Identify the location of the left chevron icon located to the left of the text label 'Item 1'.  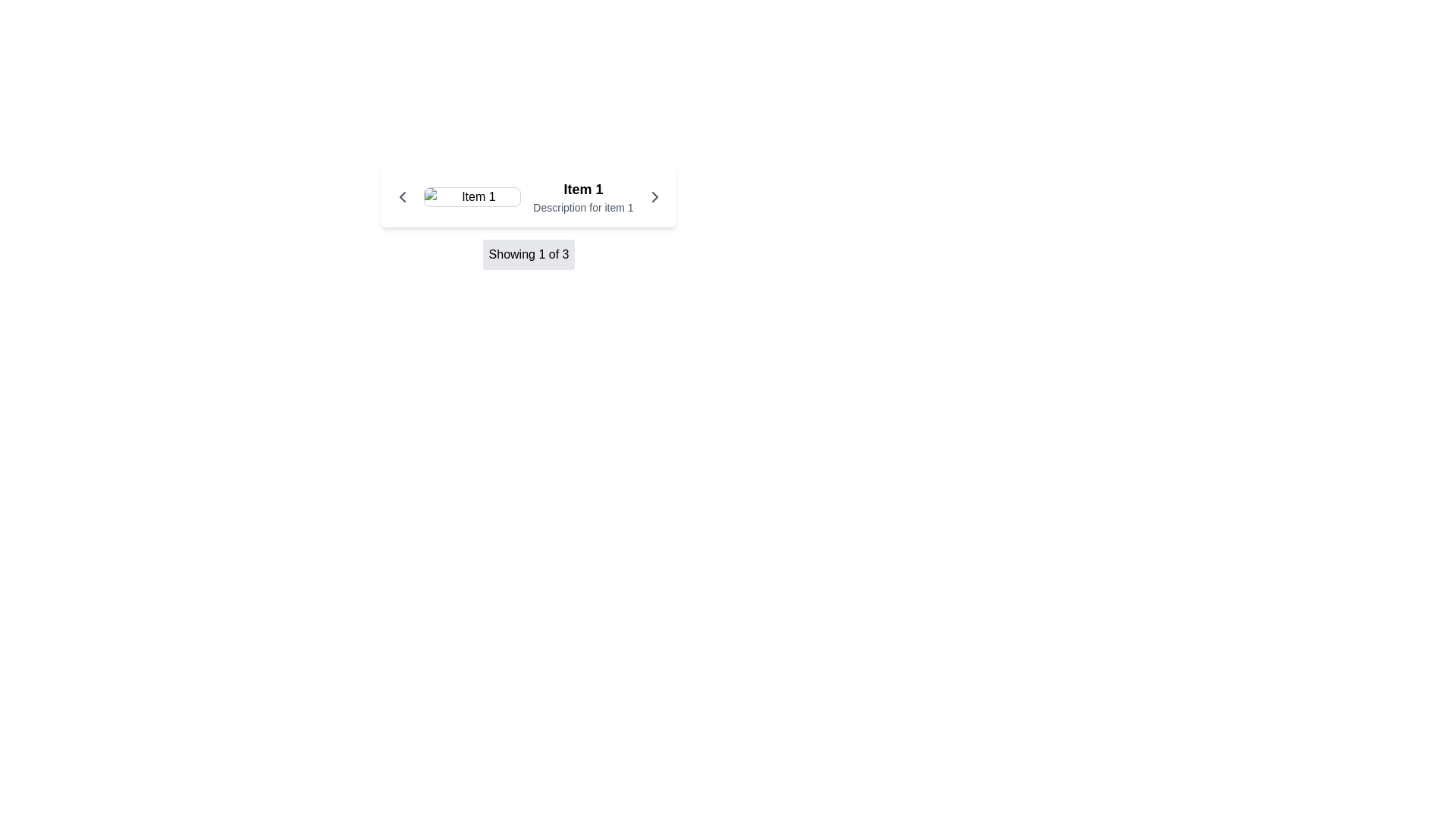
(403, 196).